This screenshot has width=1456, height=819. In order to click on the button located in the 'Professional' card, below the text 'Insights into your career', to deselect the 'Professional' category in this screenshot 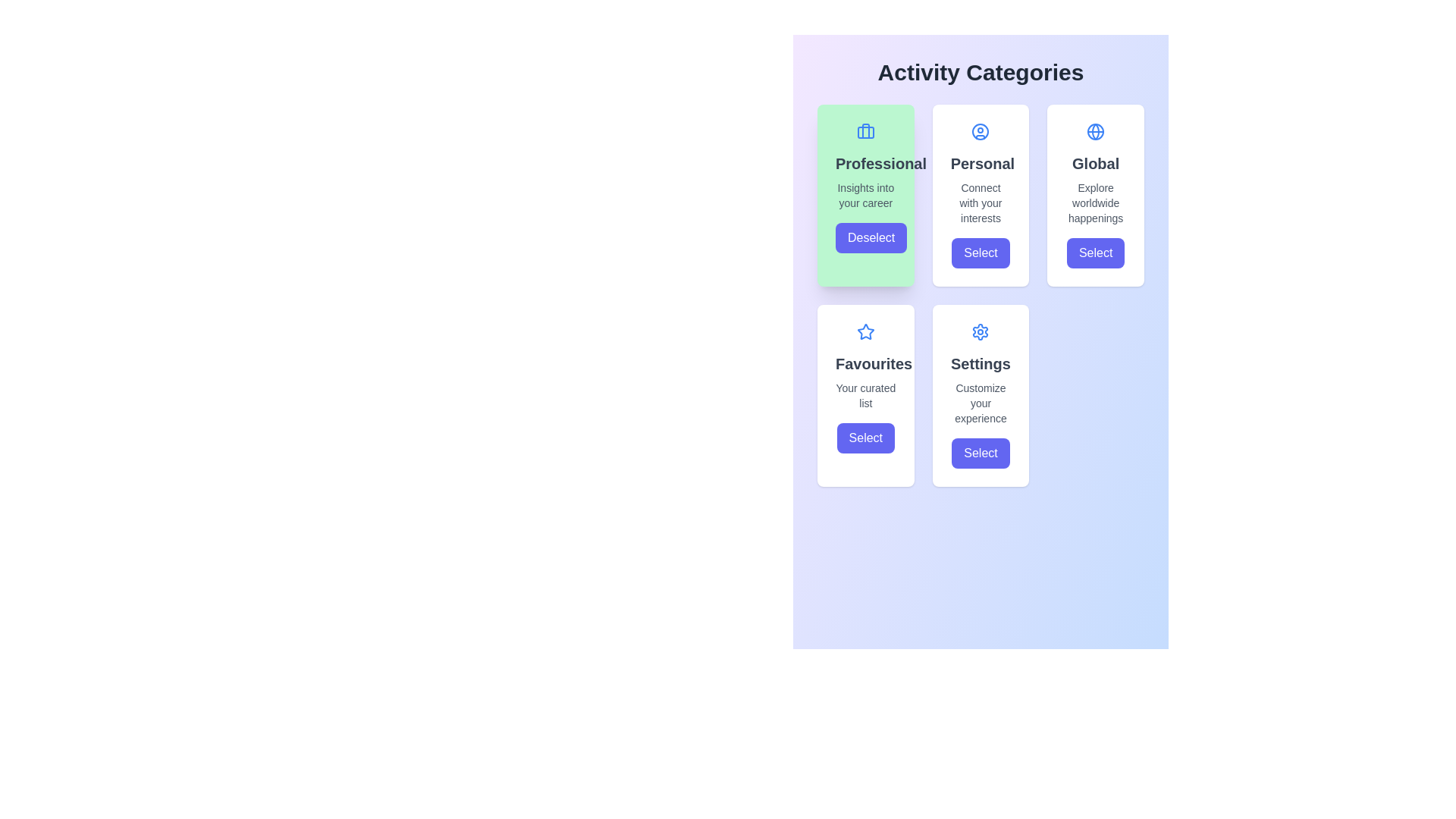, I will do `click(871, 237)`.